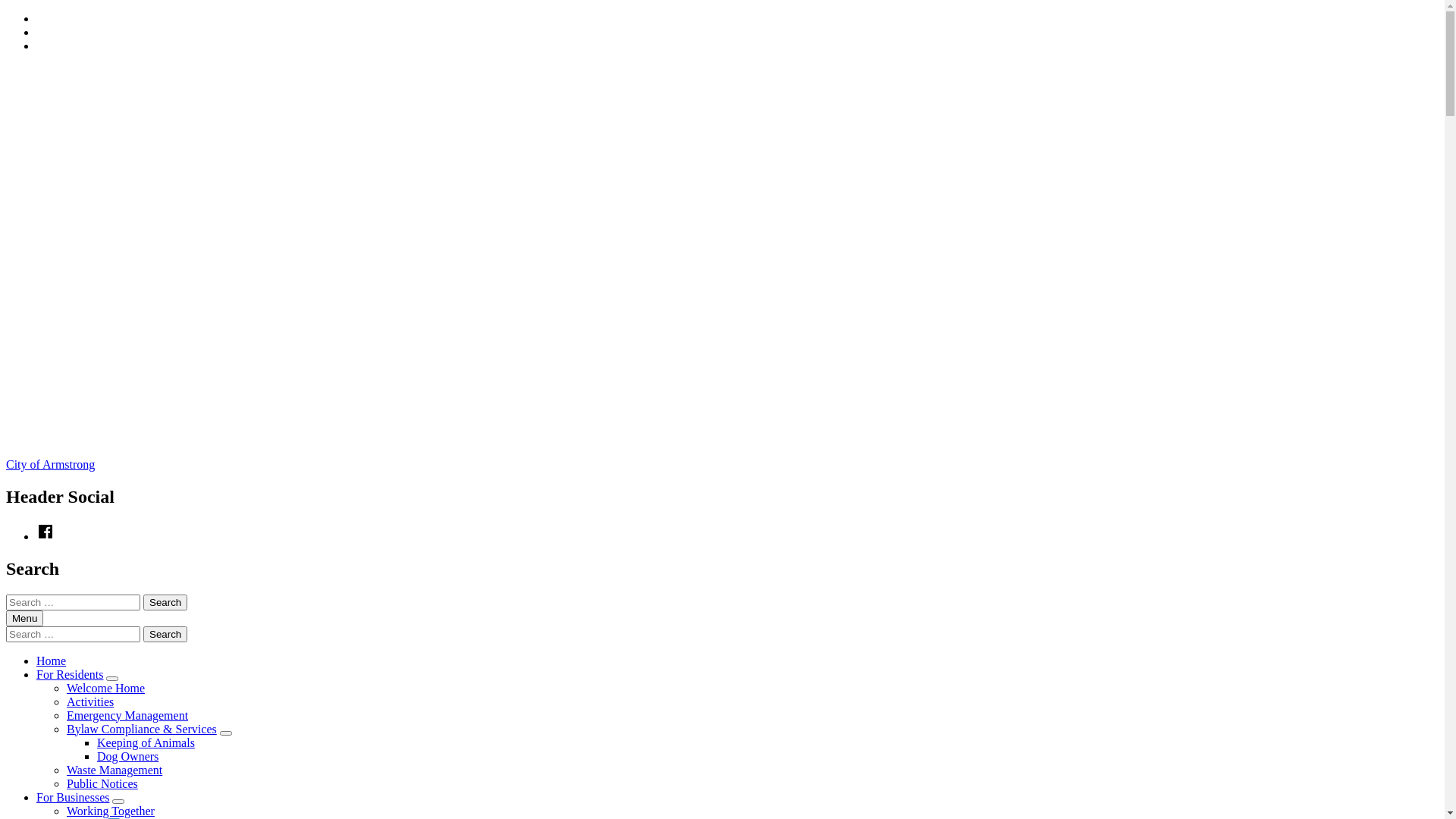  What do you see at coordinates (36, 25) in the screenshot?
I see `'Skip to main content'` at bounding box center [36, 25].